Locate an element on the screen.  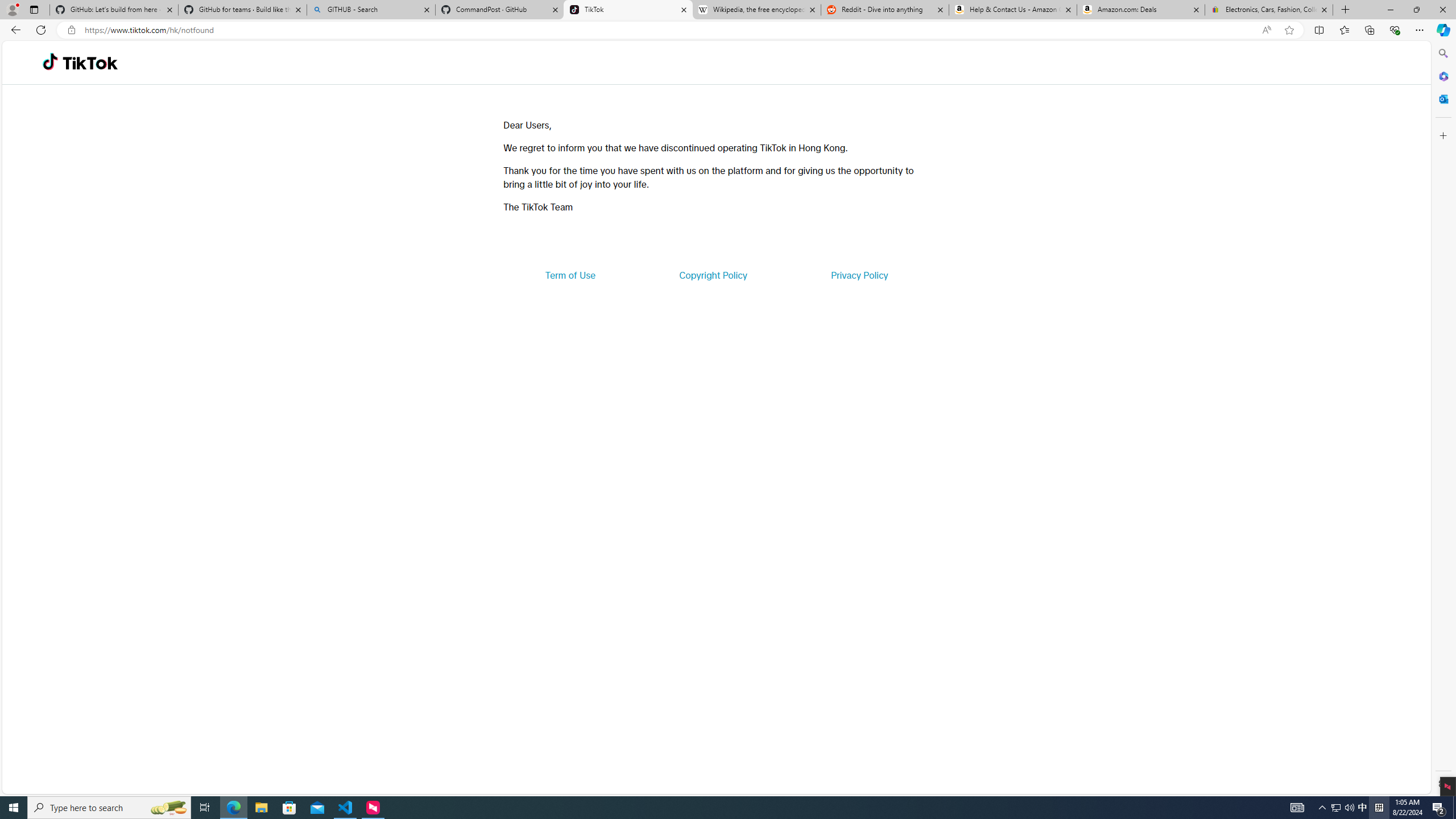
'Term of Use' is located at coordinates (570, 274).